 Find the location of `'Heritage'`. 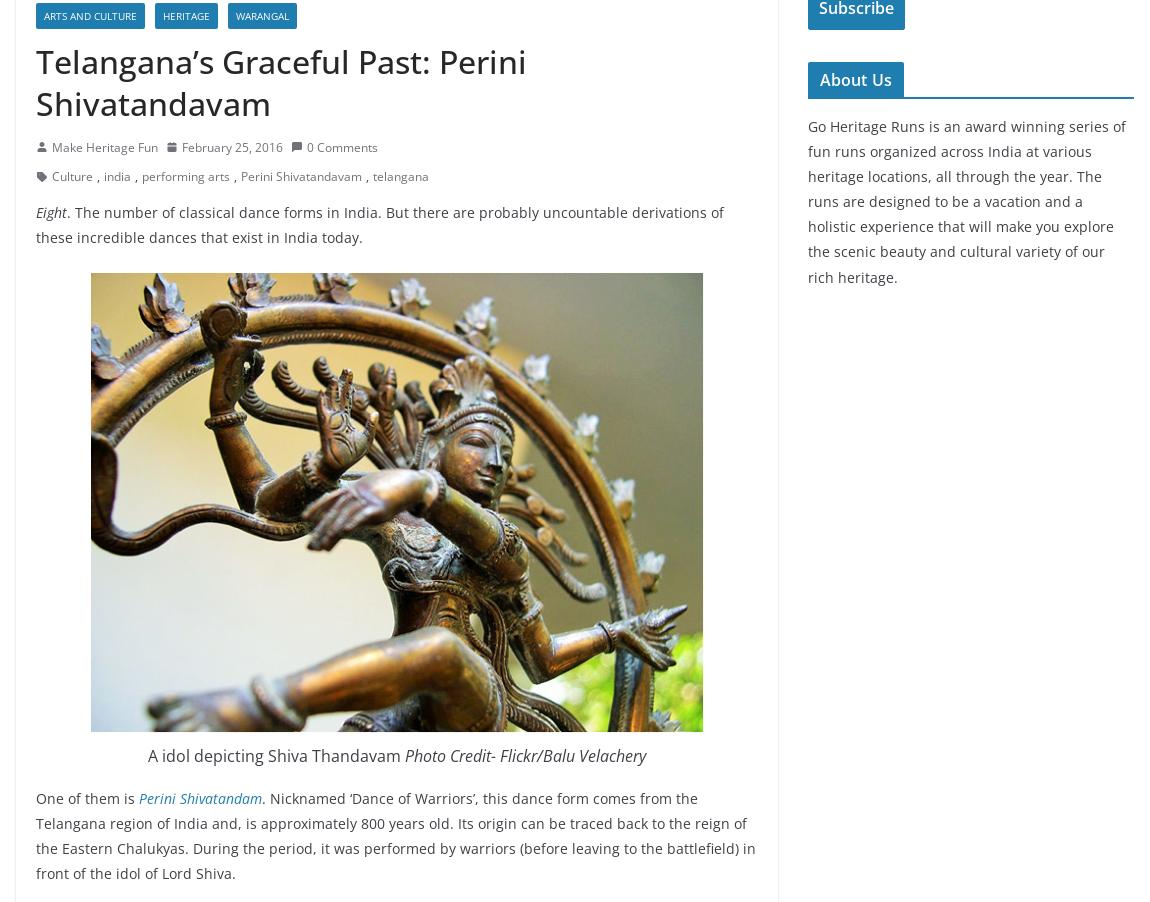

'Heritage' is located at coordinates (161, 14).